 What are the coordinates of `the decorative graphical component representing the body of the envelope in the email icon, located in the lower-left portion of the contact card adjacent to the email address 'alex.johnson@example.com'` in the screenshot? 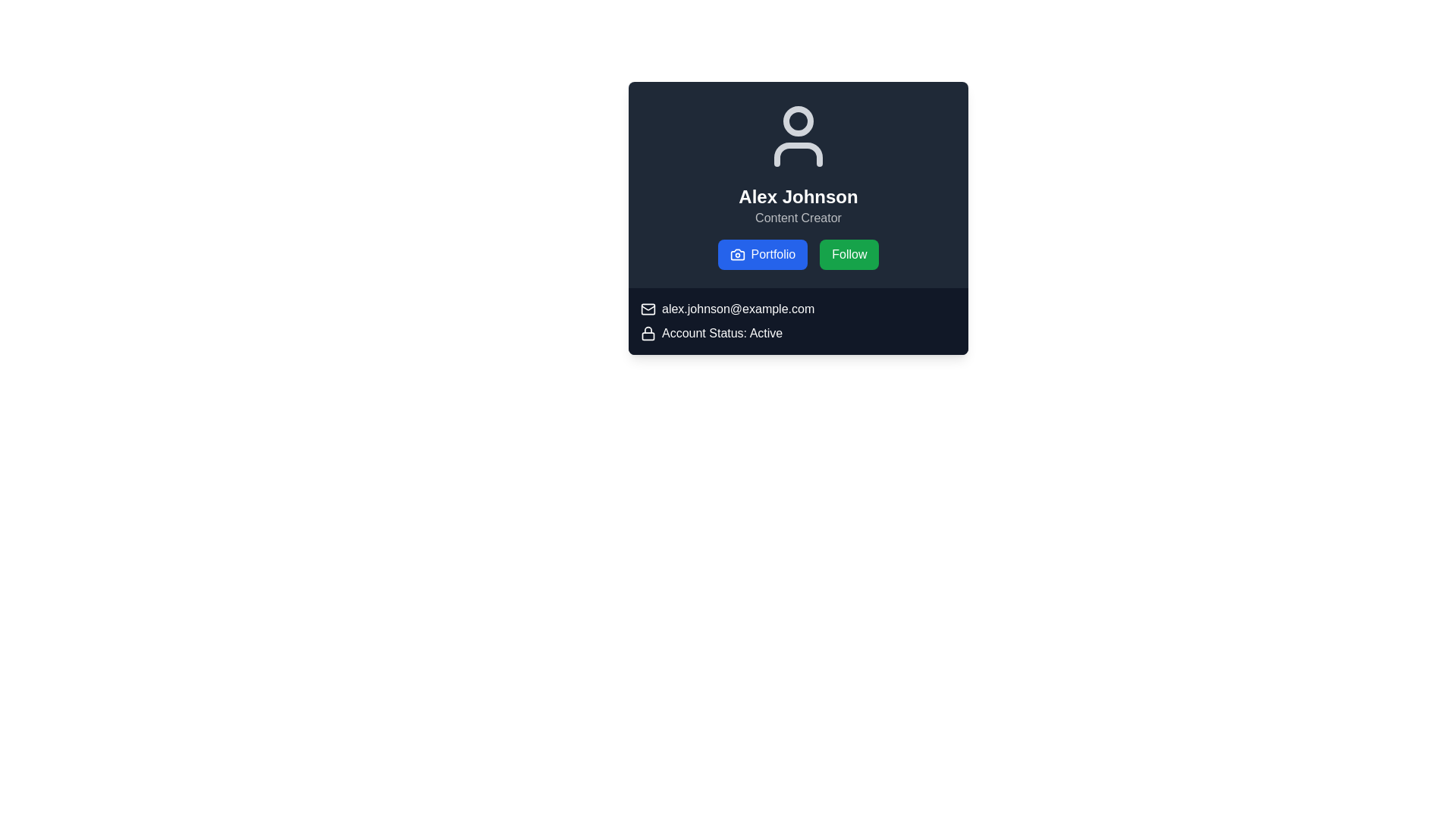 It's located at (648, 309).